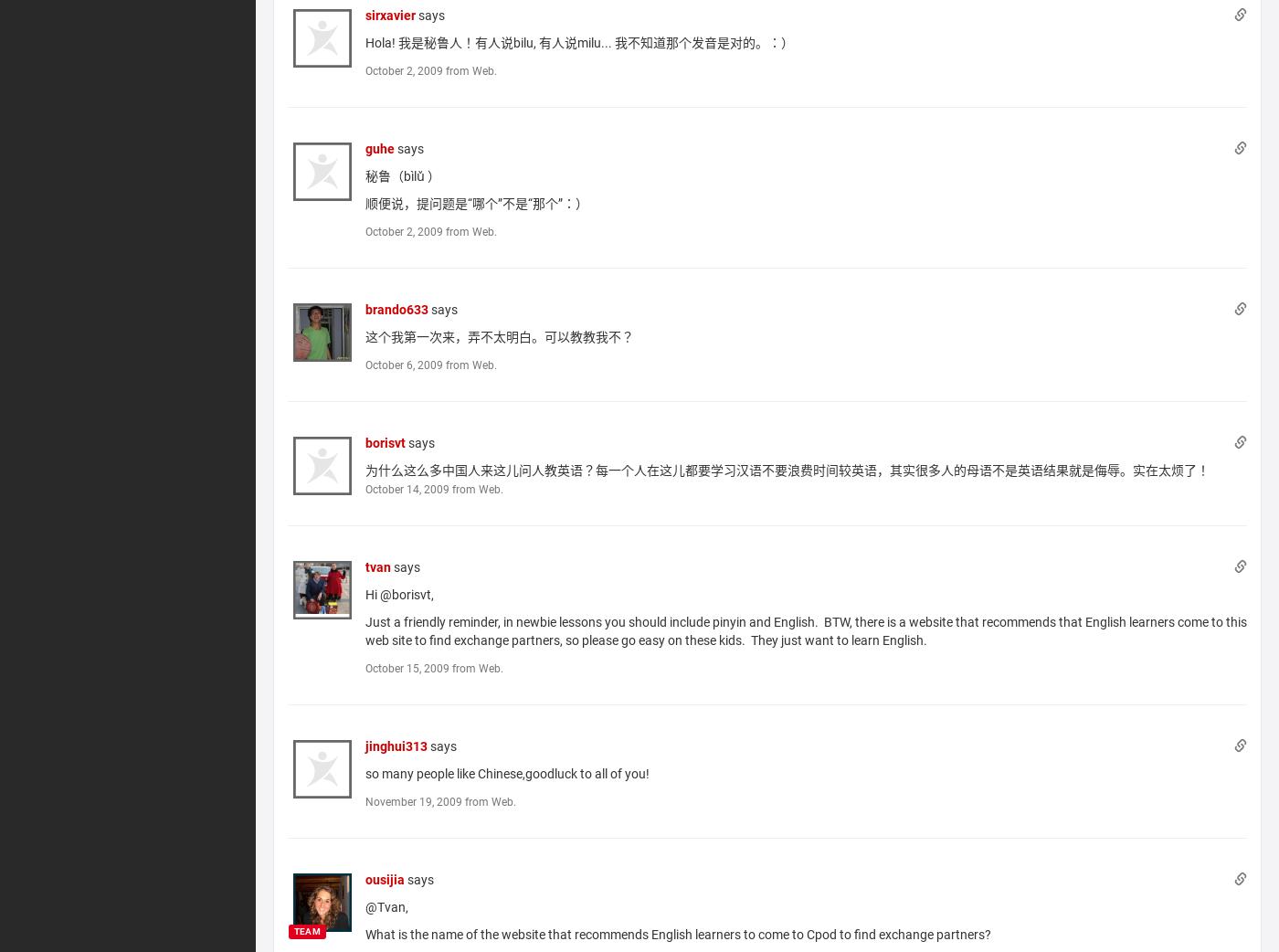 Image resolution: width=1279 pixels, height=952 pixels. I want to click on '@Tvan,', so click(386, 905).